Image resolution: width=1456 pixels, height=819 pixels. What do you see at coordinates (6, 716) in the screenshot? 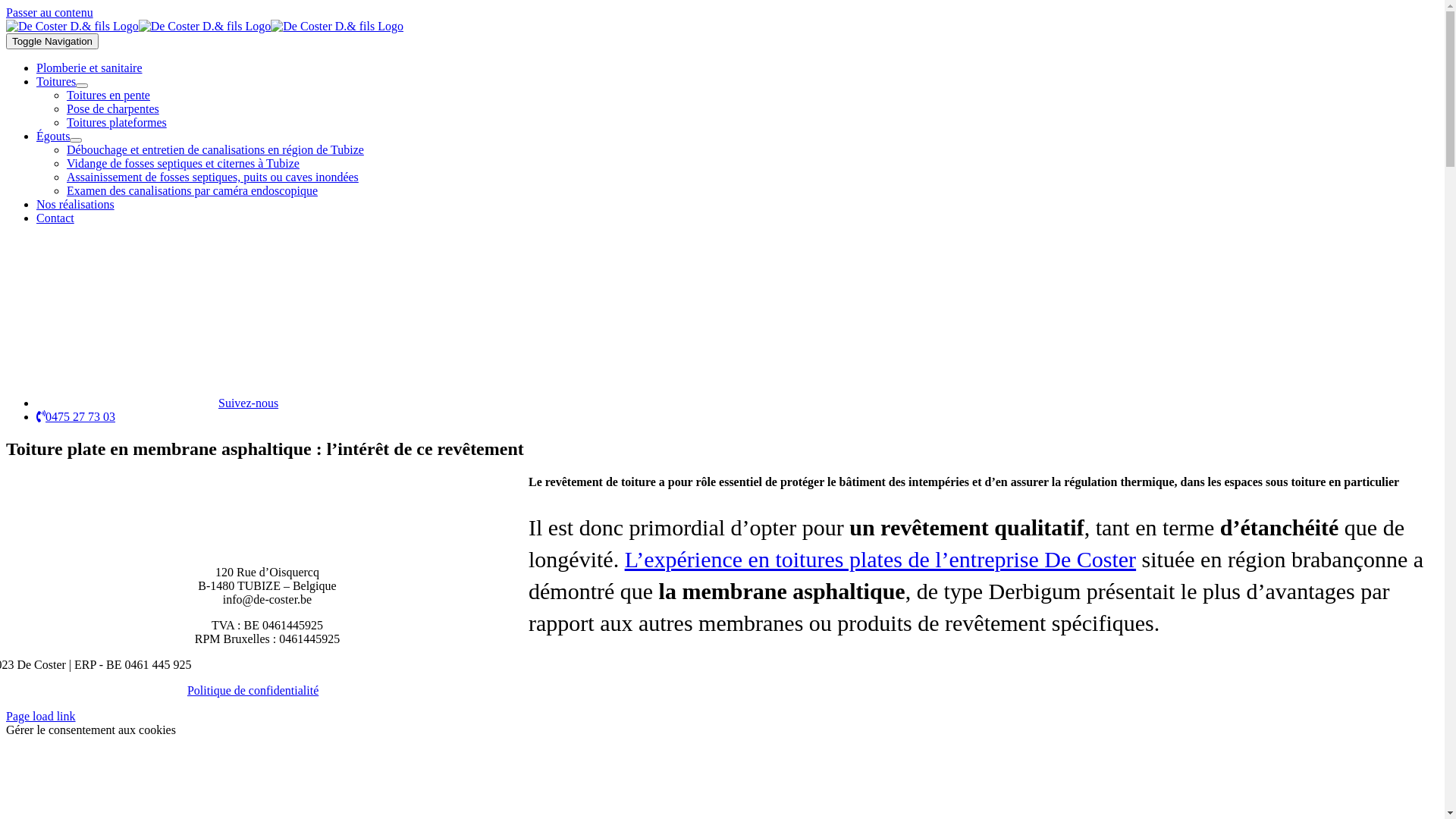
I see `'Page load link'` at bounding box center [6, 716].